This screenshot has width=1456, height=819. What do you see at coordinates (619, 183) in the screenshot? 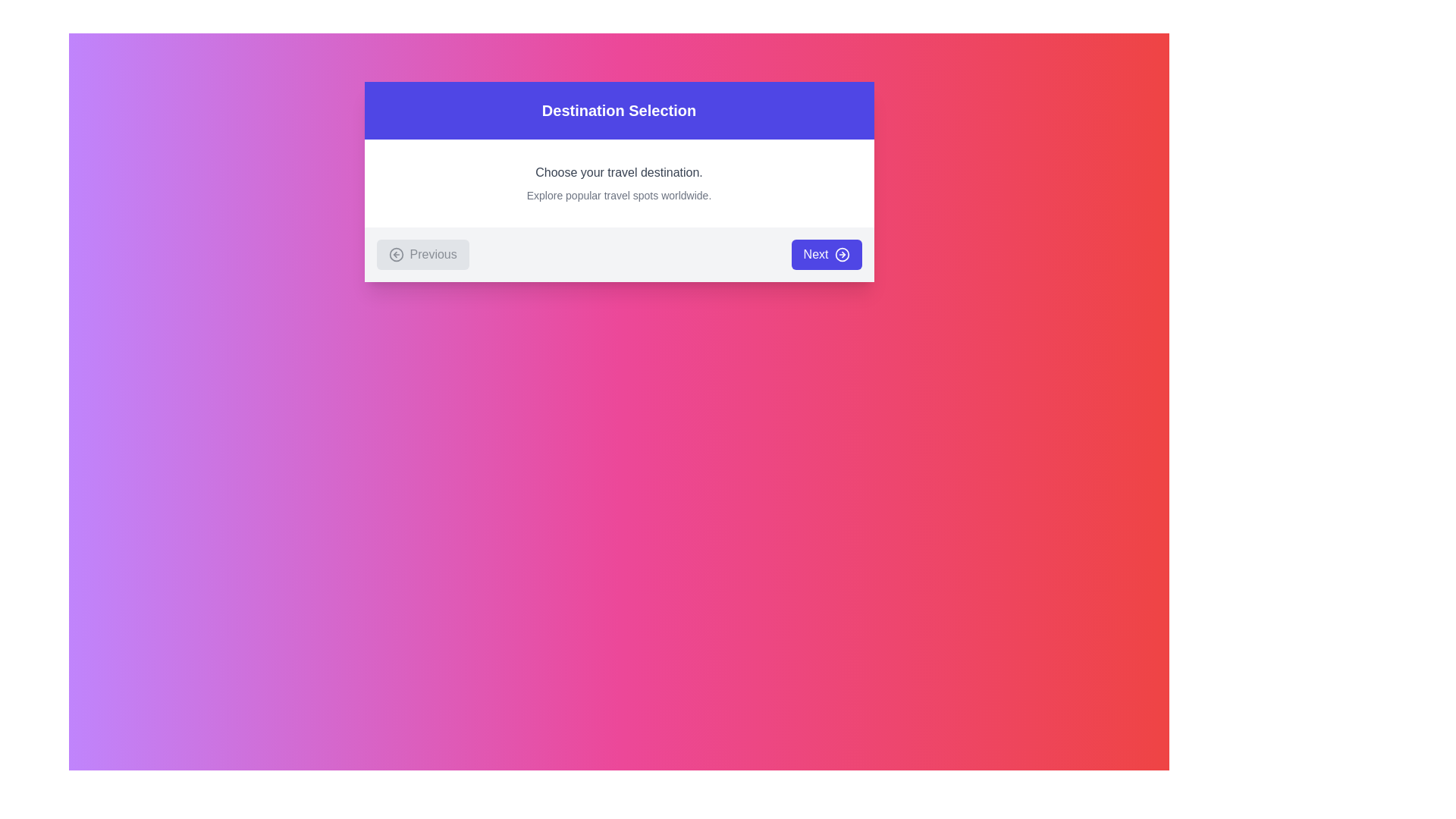
I see `the Text display area that prompts 'Choose your travel destination' and includes the subheading 'Explore popular travel spots worldwide'` at bounding box center [619, 183].